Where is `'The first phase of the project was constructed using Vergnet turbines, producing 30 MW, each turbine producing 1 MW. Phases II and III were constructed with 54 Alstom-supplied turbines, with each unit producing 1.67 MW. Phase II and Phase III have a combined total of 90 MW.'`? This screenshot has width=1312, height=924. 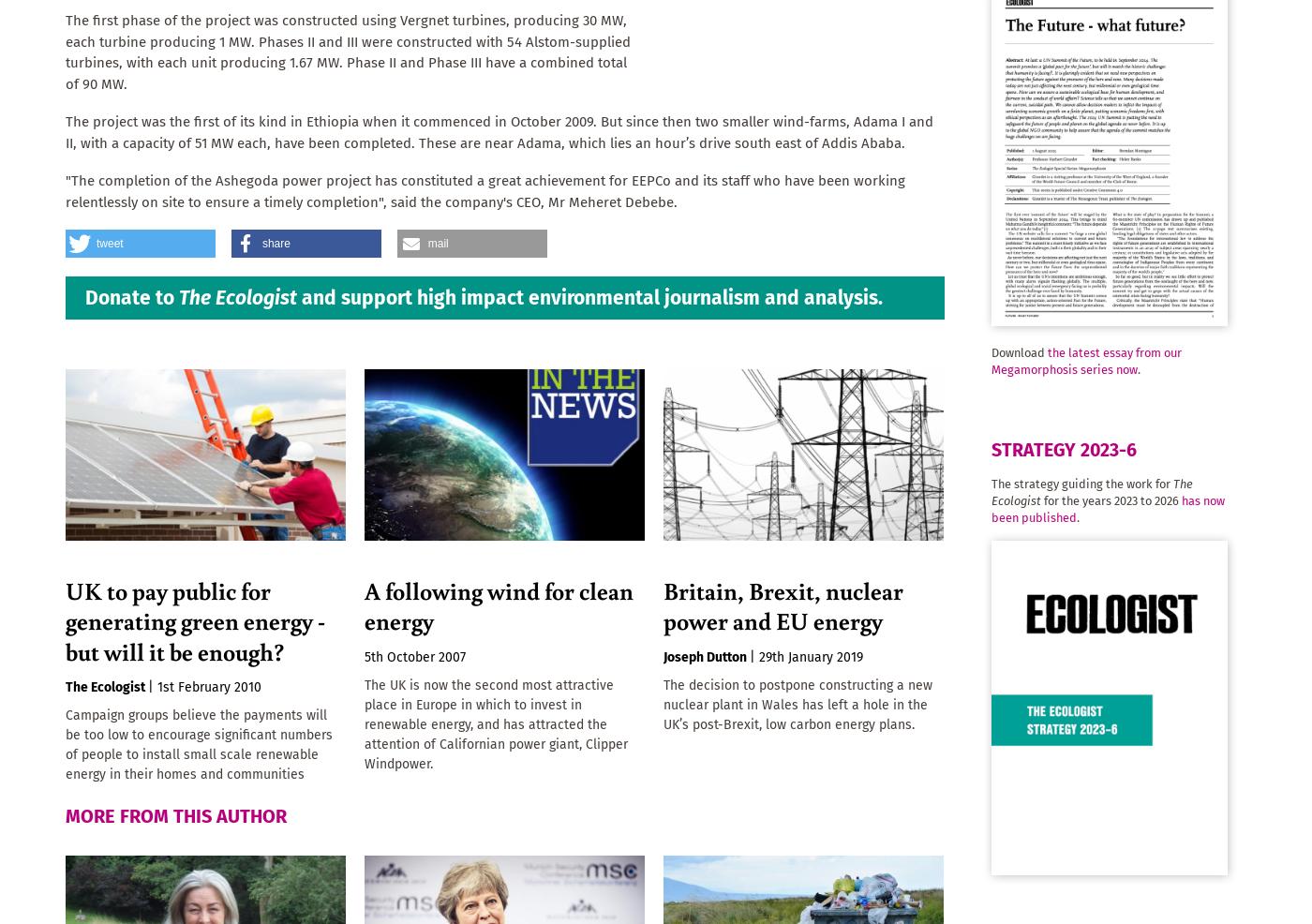
'The first phase of the project was constructed using Vergnet turbines, producing 30 MW, each turbine producing 1 MW. Phases II and III were constructed with 54 Alstom-supplied turbines, with each unit producing 1.67 MW. Phase II and Phase III have a combined total of 90 MW.' is located at coordinates (348, 51).